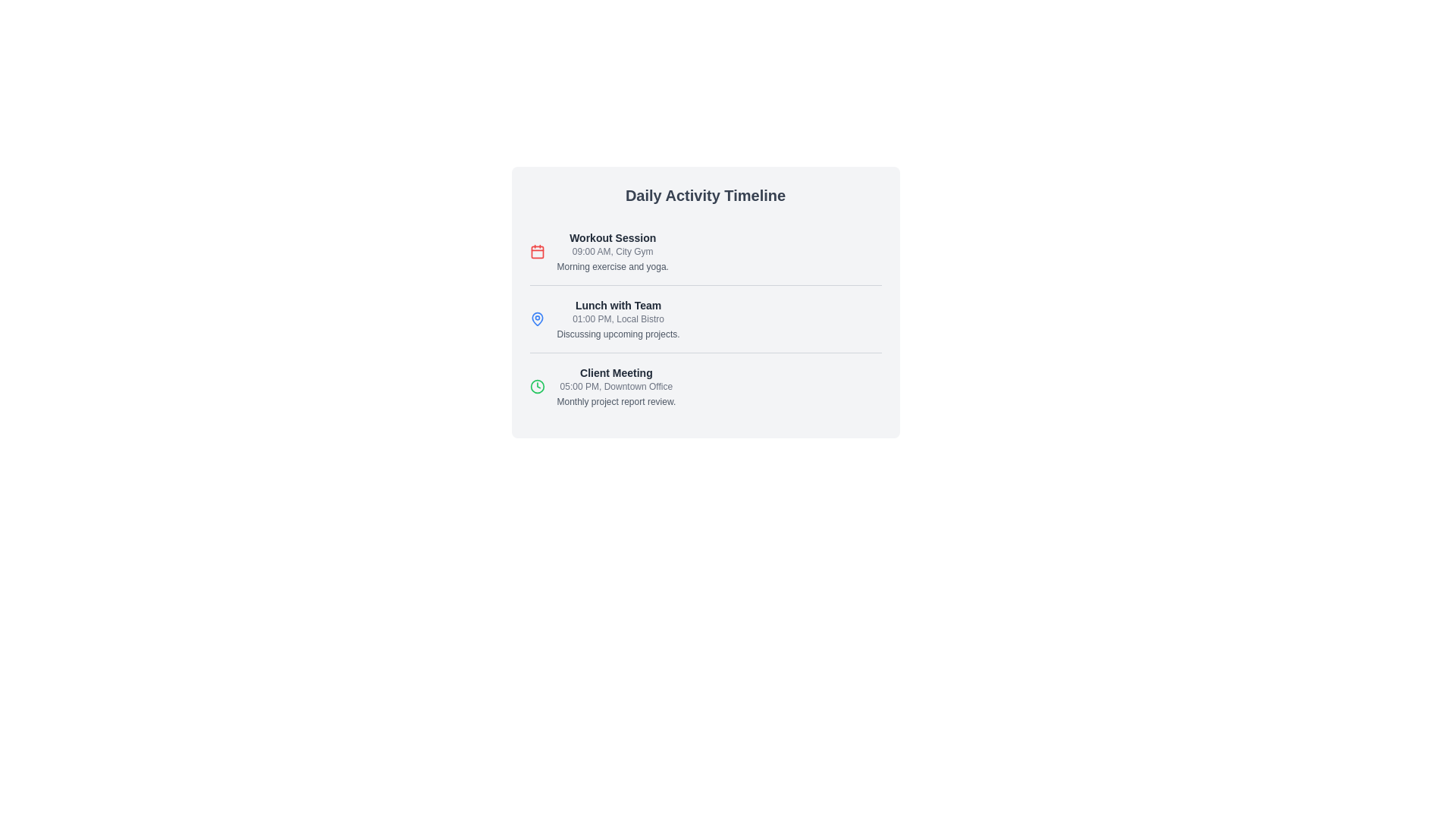  I want to click on centered, bold text displaying 'Daily Activity Timeline' located at the top of a card-styled panel, so click(704, 195).